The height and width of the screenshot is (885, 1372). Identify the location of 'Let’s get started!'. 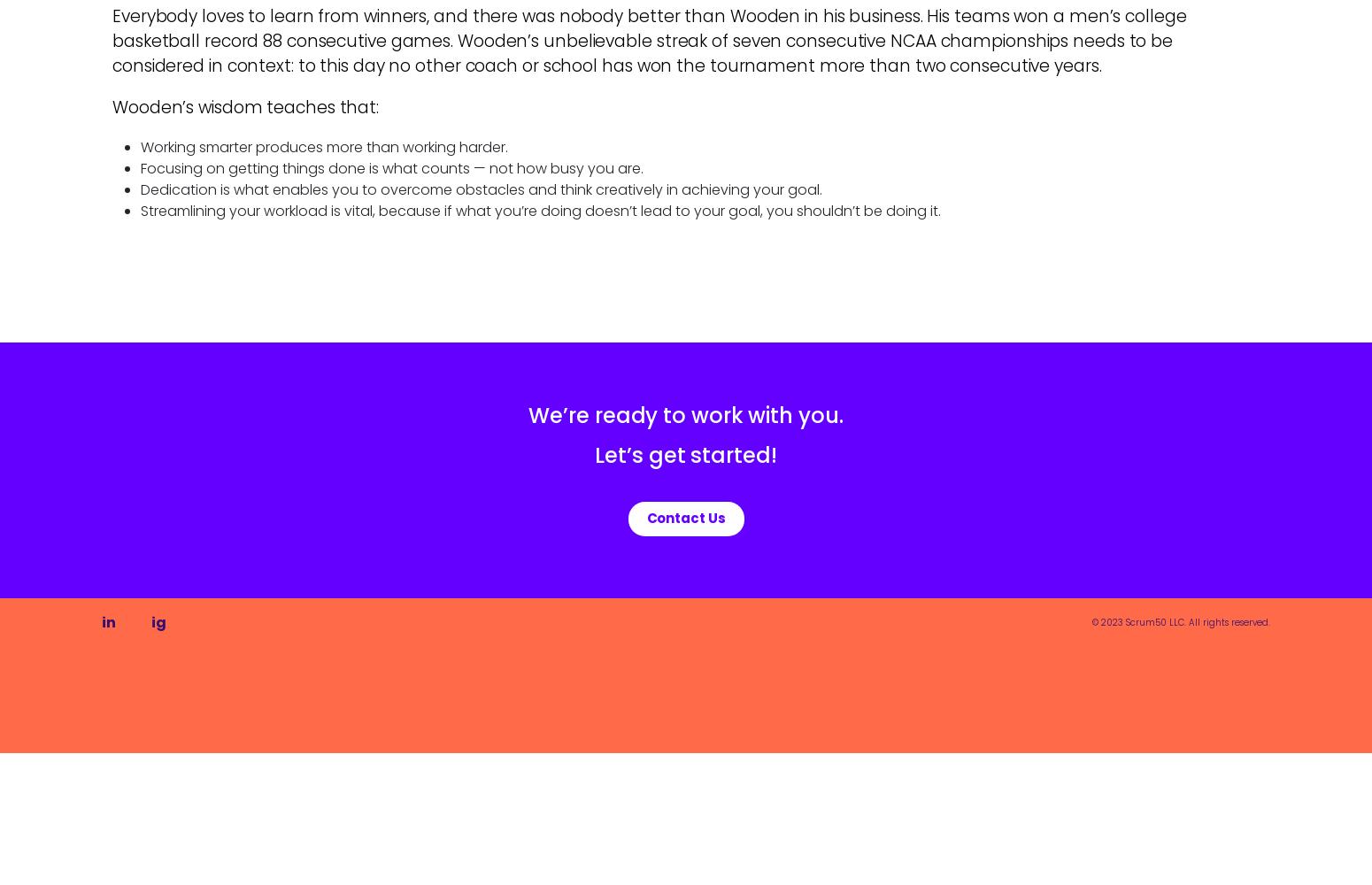
(685, 455).